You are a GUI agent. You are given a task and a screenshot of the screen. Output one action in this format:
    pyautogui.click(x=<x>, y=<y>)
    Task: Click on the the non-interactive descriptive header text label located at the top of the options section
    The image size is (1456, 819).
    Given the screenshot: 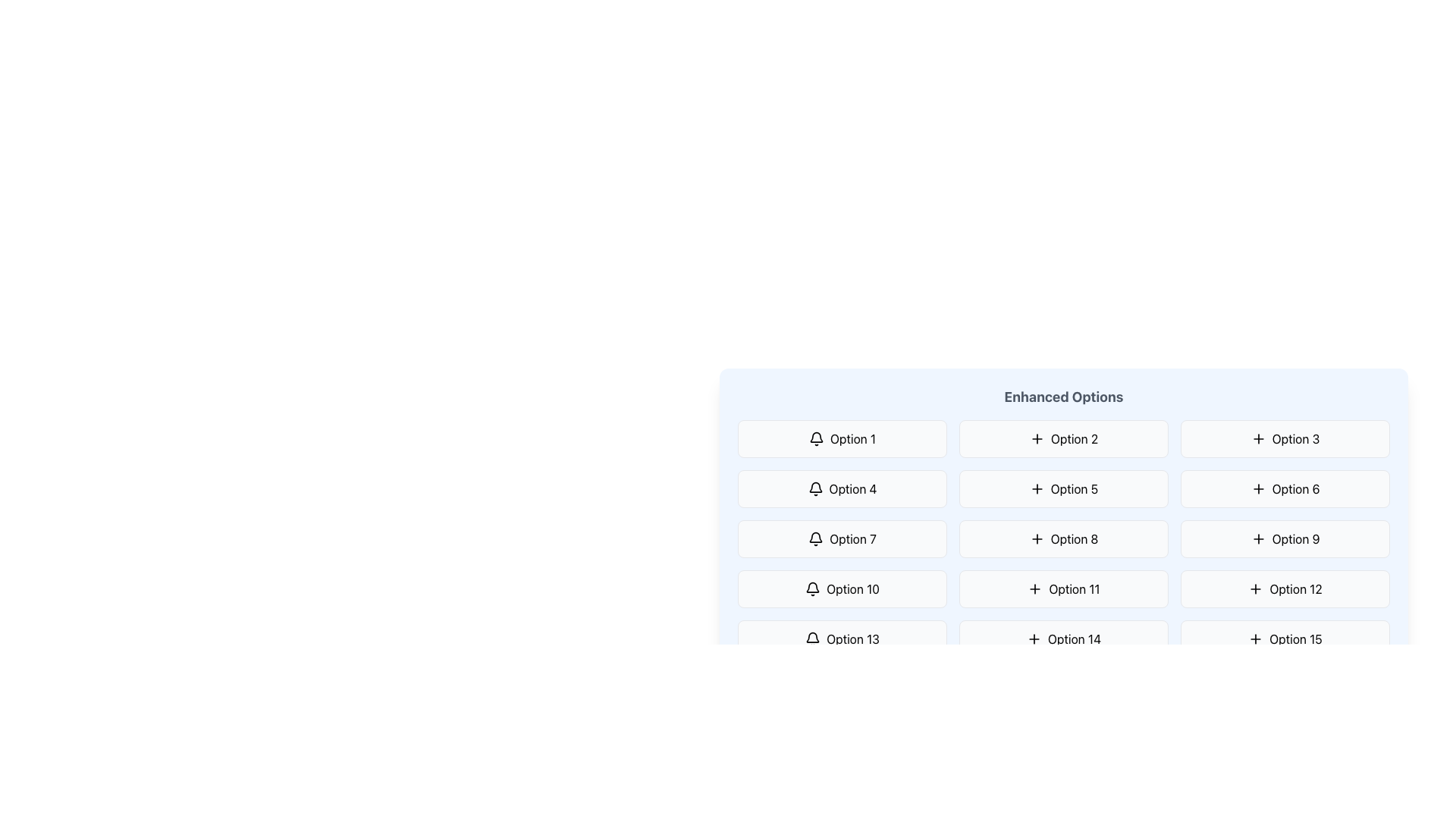 What is the action you would take?
    pyautogui.click(x=1062, y=397)
    